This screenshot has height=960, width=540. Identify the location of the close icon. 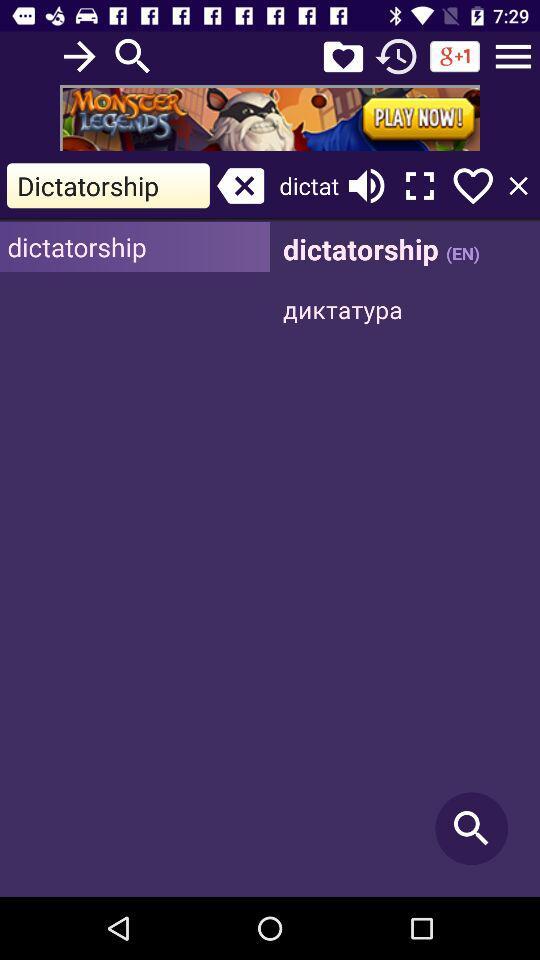
(518, 186).